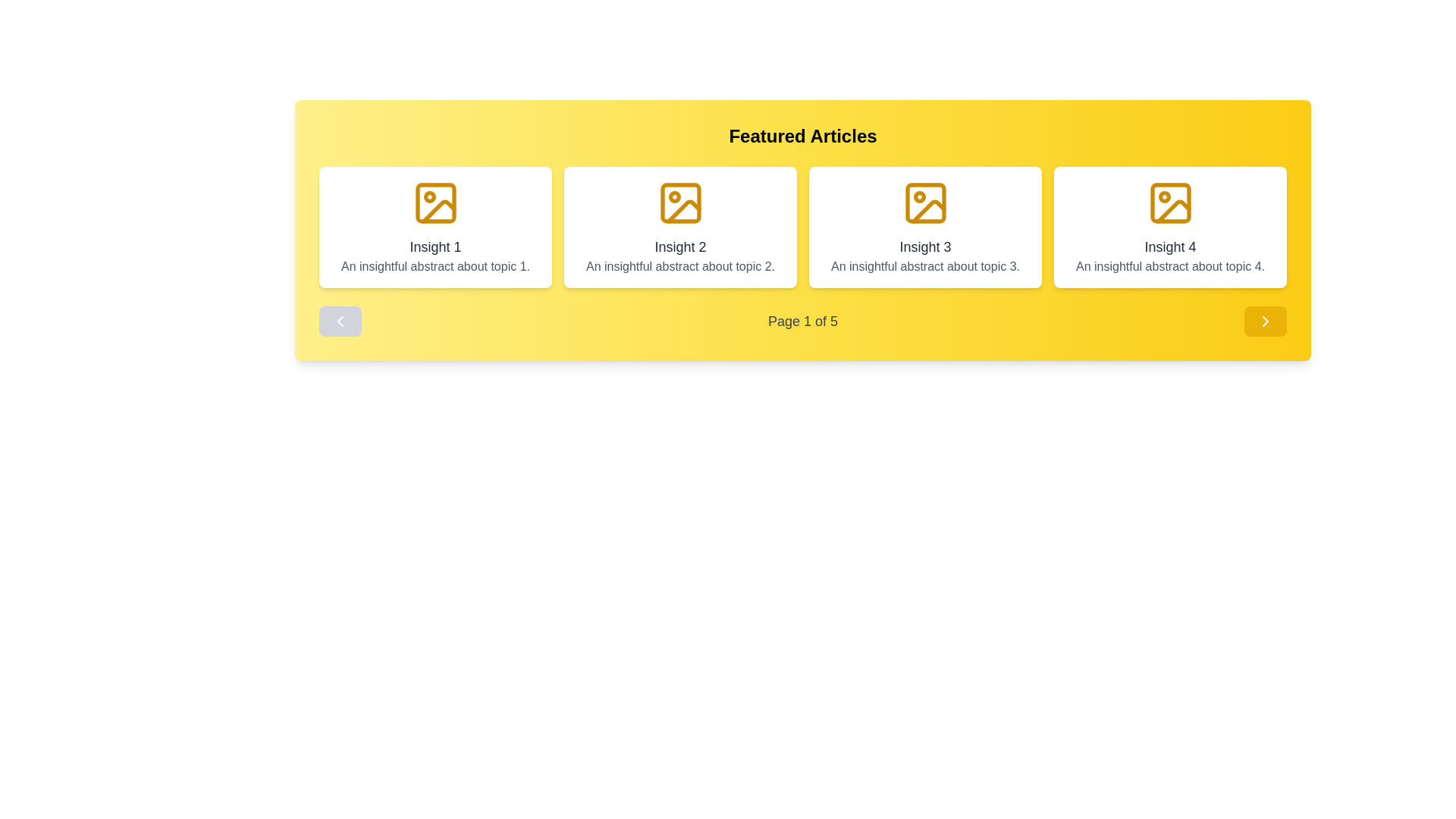 Image resolution: width=1456 pixels, height=819 pixels. I want to click on the graphical icon subcomponent resembling a vector-drawn image in golden yellow located at the top-center of the 'Insight 2' card to trigger tooltip effects, so click(682, 212).